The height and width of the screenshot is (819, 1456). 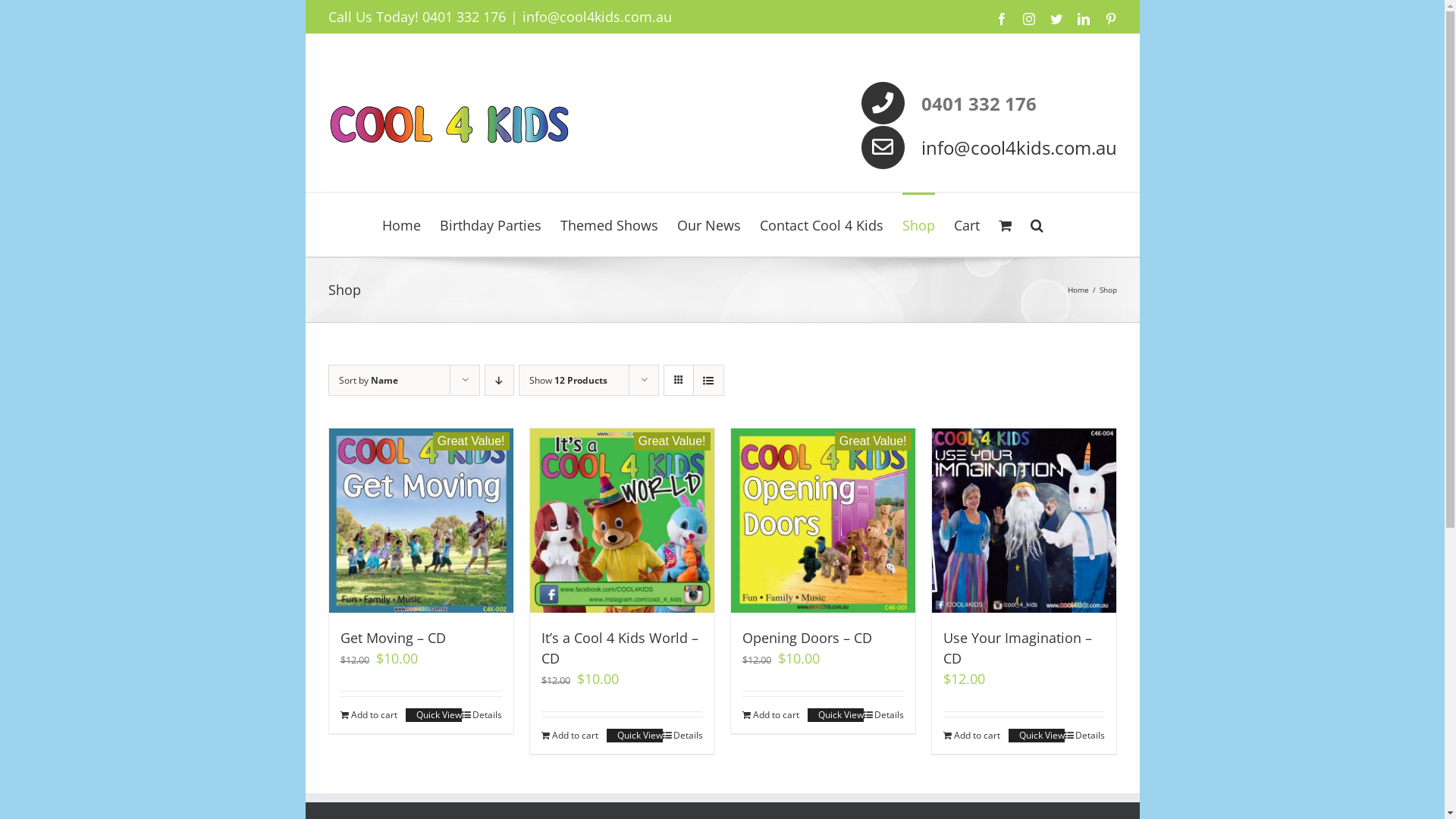 What do you see at coordinates (994, 18) in the screenshot?
I see `'Facebook'` at bounding box center [994, 18].